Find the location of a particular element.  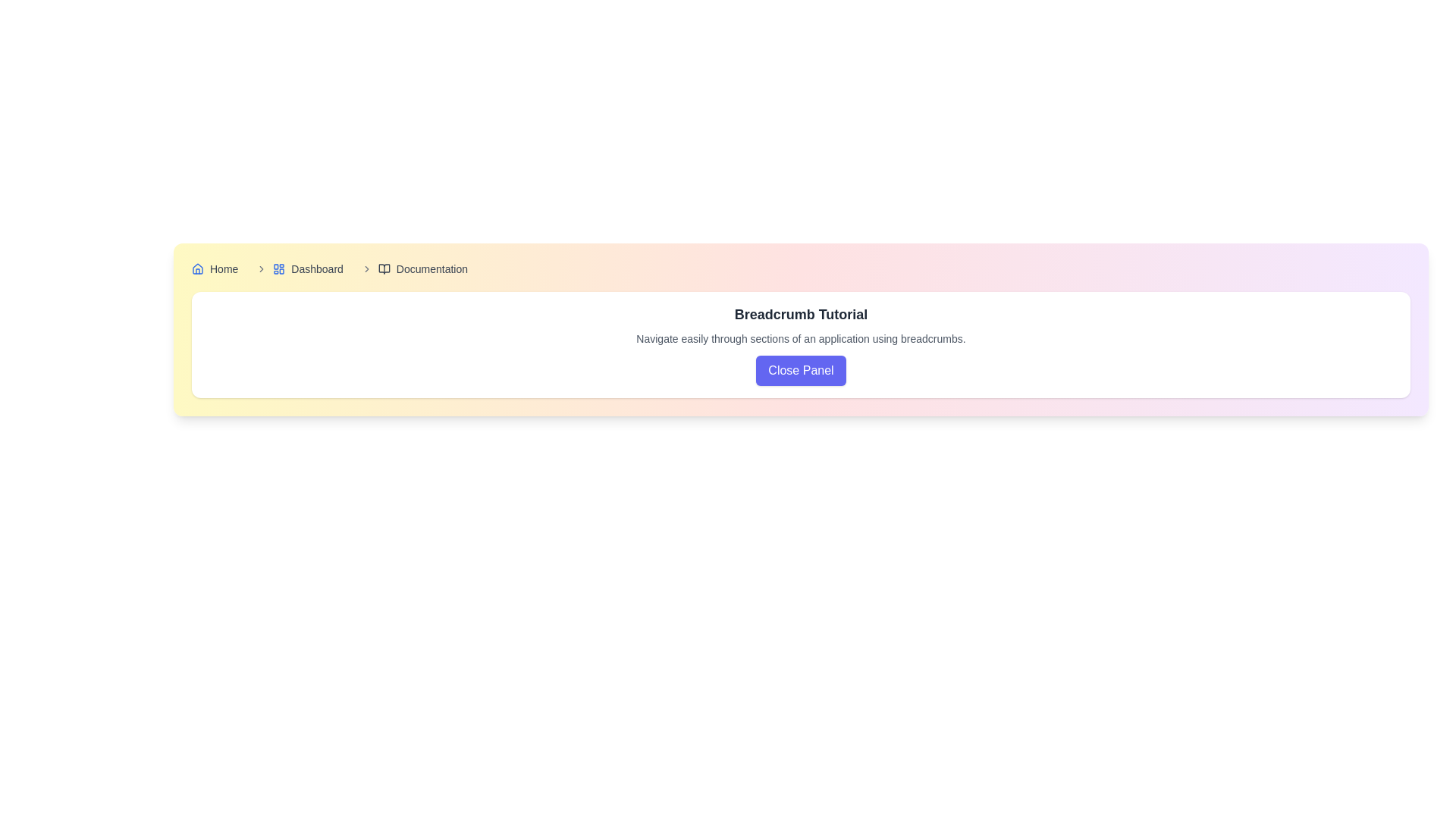

the 'Dashboard' interactive hyperlink, which is styled as blue text with an underline effect, located in the breadcrumb navigation bar between 'Home' and 'Documentation' is located at coordinates (297, 268).